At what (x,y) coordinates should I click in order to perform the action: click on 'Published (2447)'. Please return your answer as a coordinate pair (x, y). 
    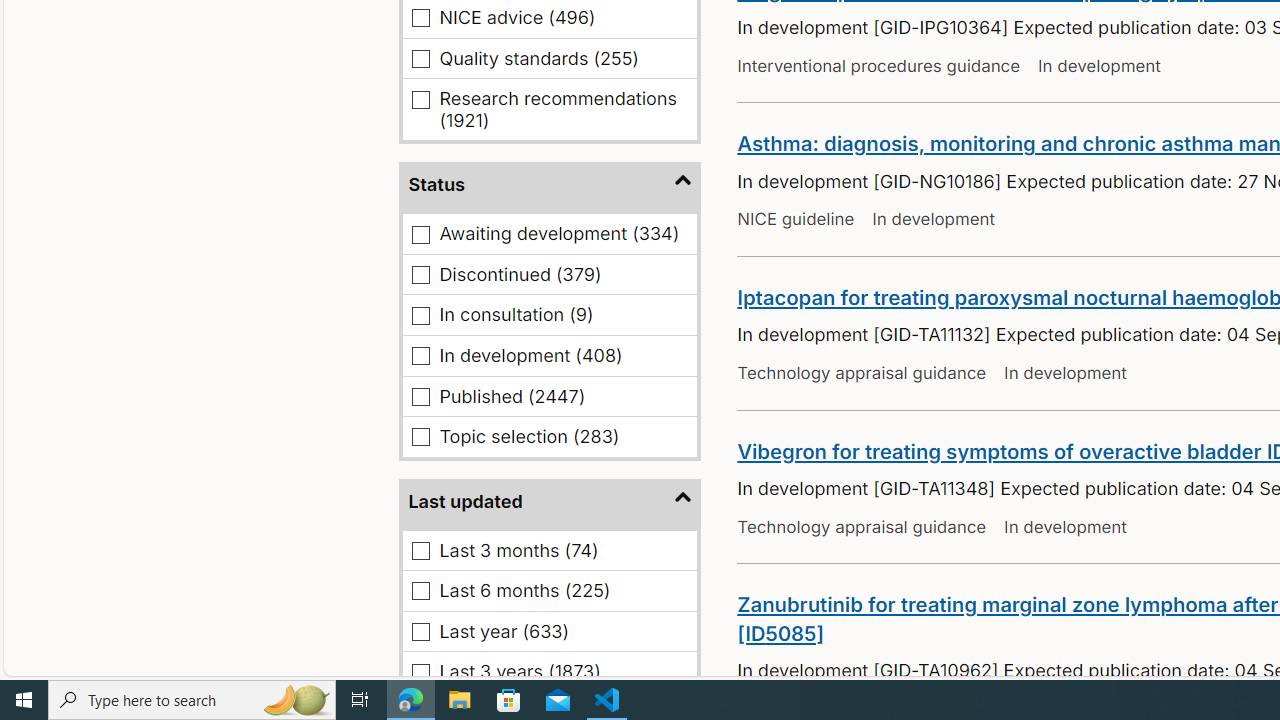
    Looking at the image, I should click on (420, 396).